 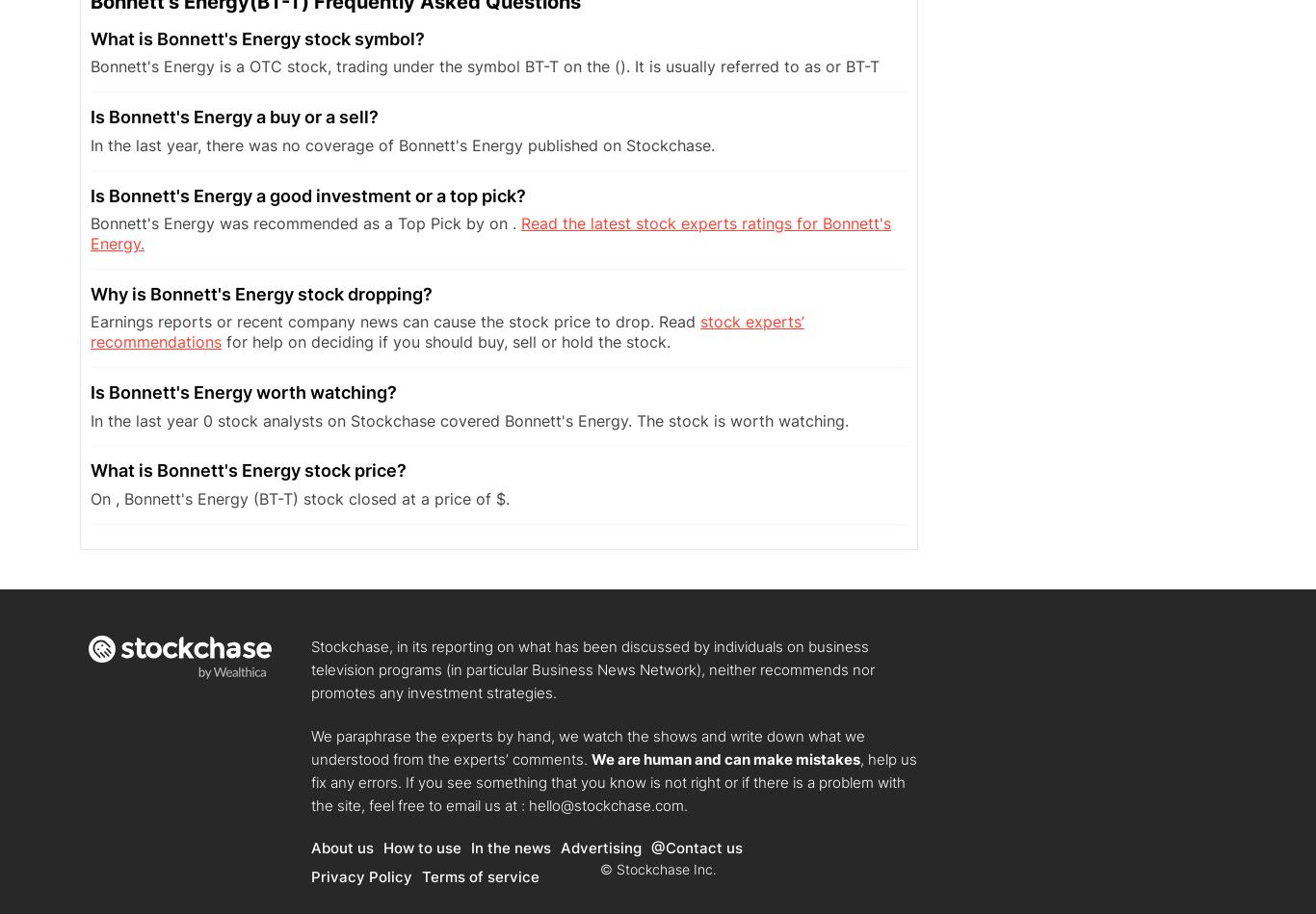 What do you see at coordinates (648, 846) in the screenshot?
I see `'@Contact us'` at bounding box center [648, 846].